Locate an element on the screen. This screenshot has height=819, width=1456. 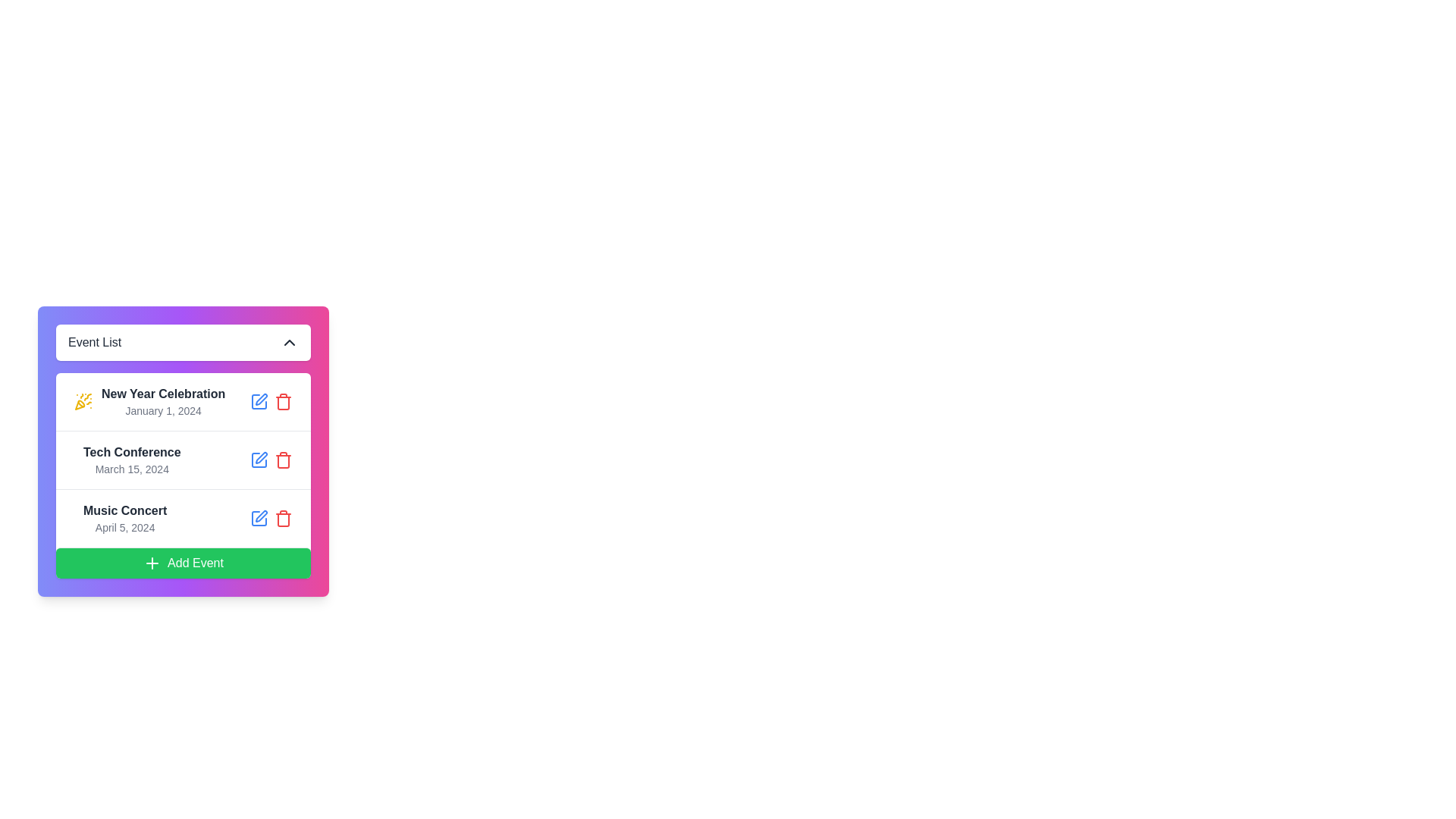
the colorful confetti and party popper icon located at the top-left corner of the 'New Year Celebration' entry in the events list is located at coordinates (83, 400).